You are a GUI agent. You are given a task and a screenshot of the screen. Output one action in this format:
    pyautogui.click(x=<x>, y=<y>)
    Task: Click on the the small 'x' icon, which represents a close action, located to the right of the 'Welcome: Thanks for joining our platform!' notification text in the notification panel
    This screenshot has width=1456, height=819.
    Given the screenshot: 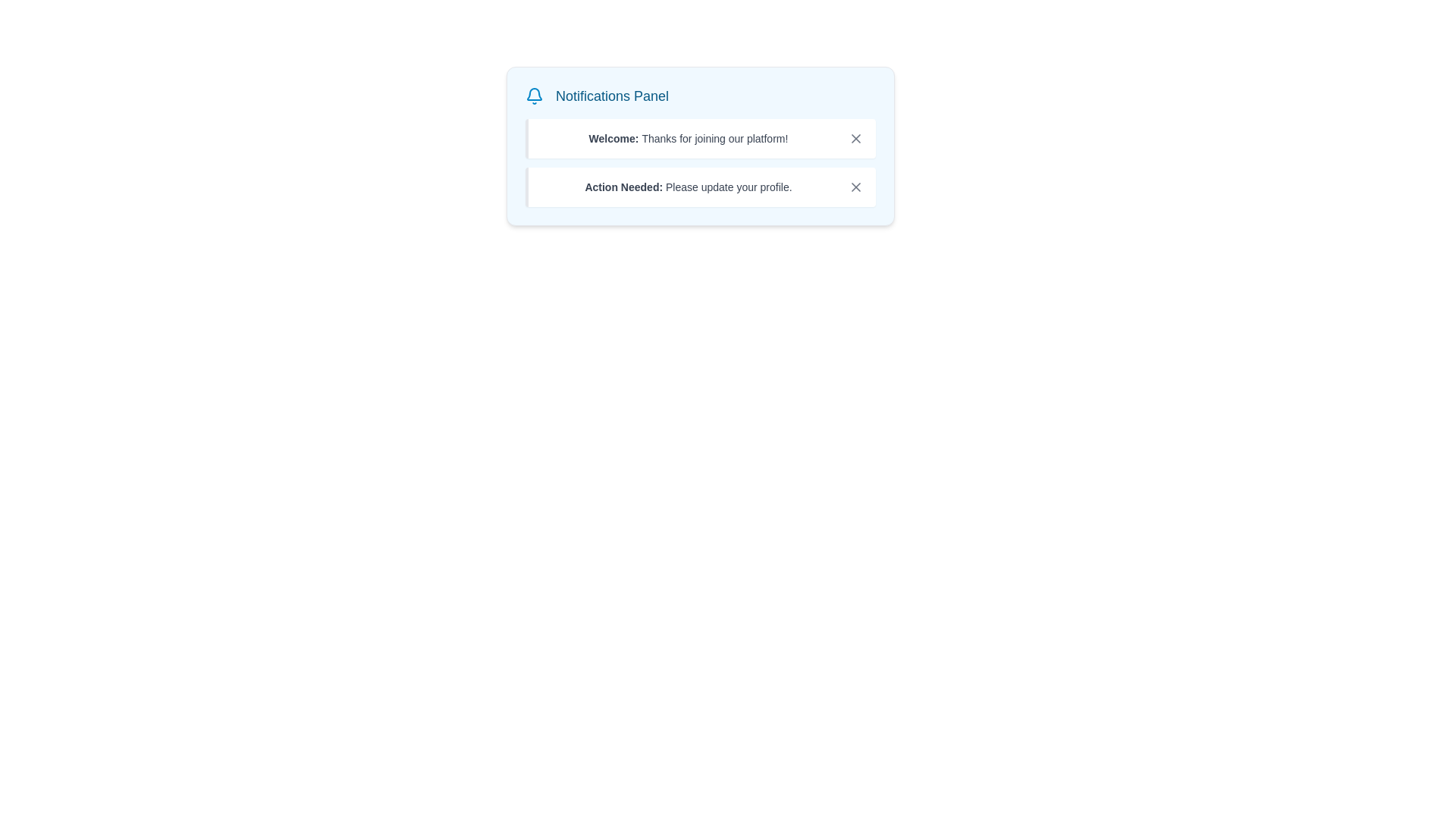 What is the action you would take?
    pyautogui.click(x=855, y=138)
    